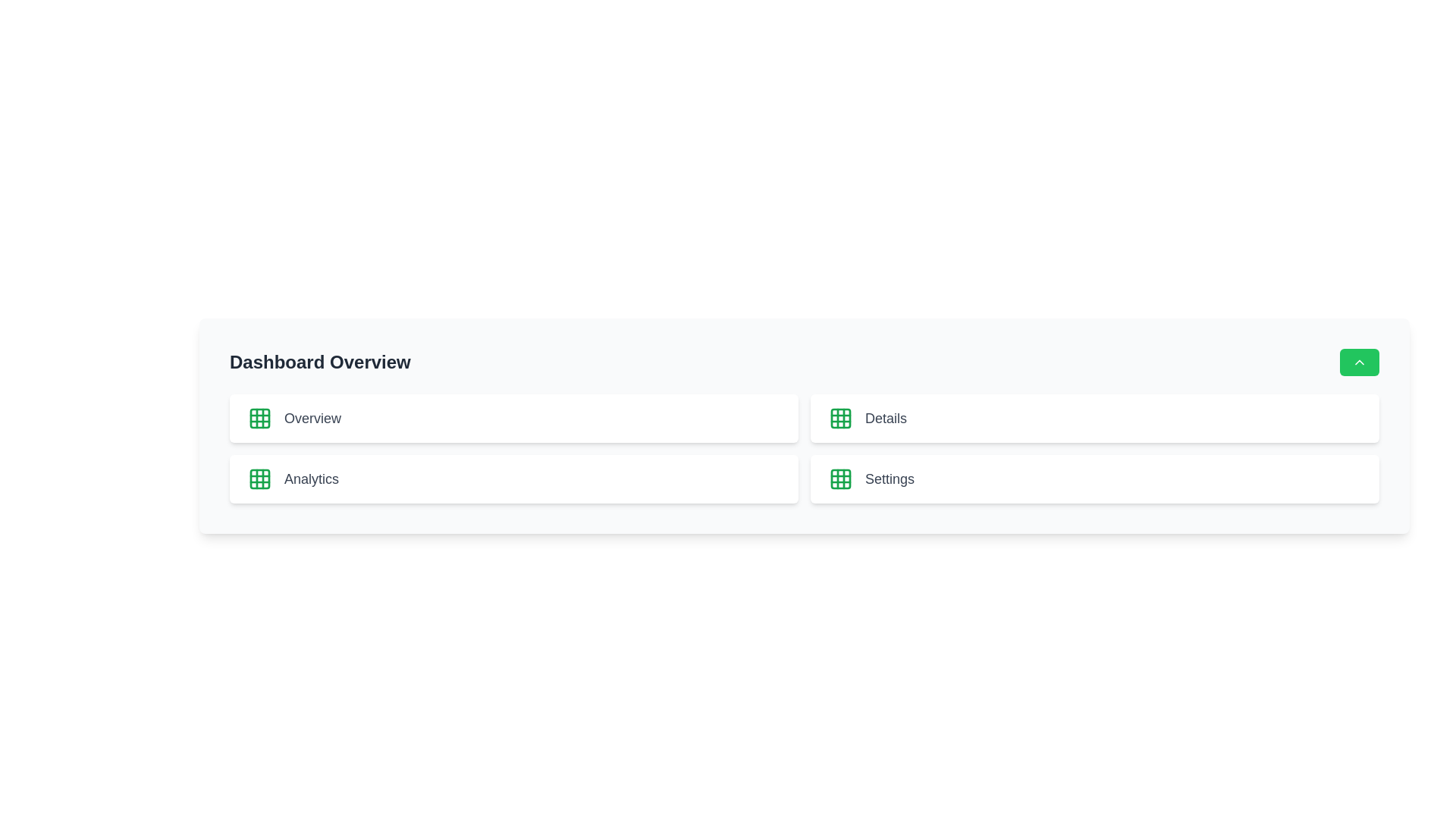 The height and width of the screenshot is (819, 1456). Describe the element at coordinates (1095, 479) in the screenshot. I see `the navigational card in the lower-right corner of the grid layout` at that location.